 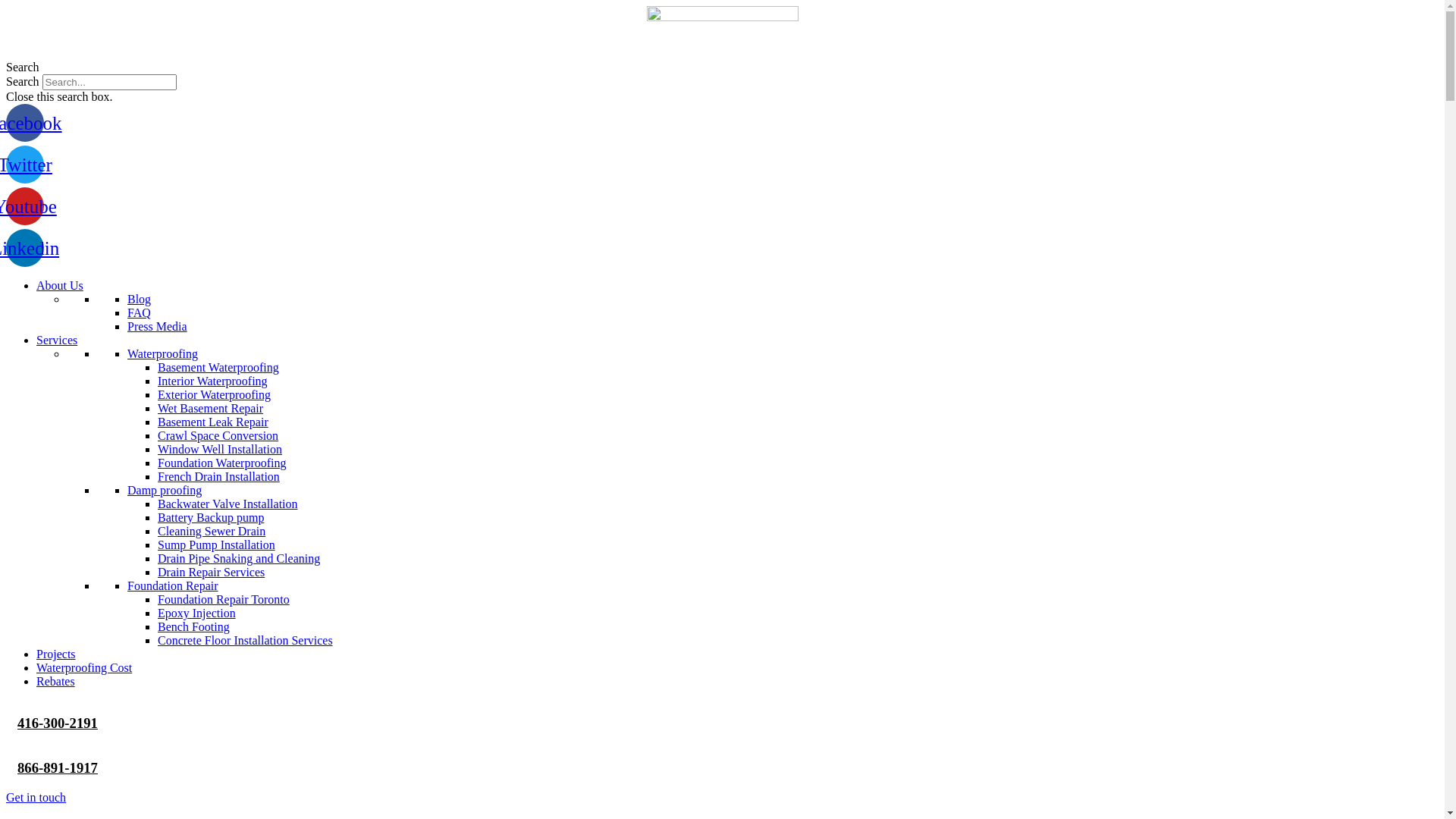 I want to click on 'Twitter', so click(x=25, y=164).